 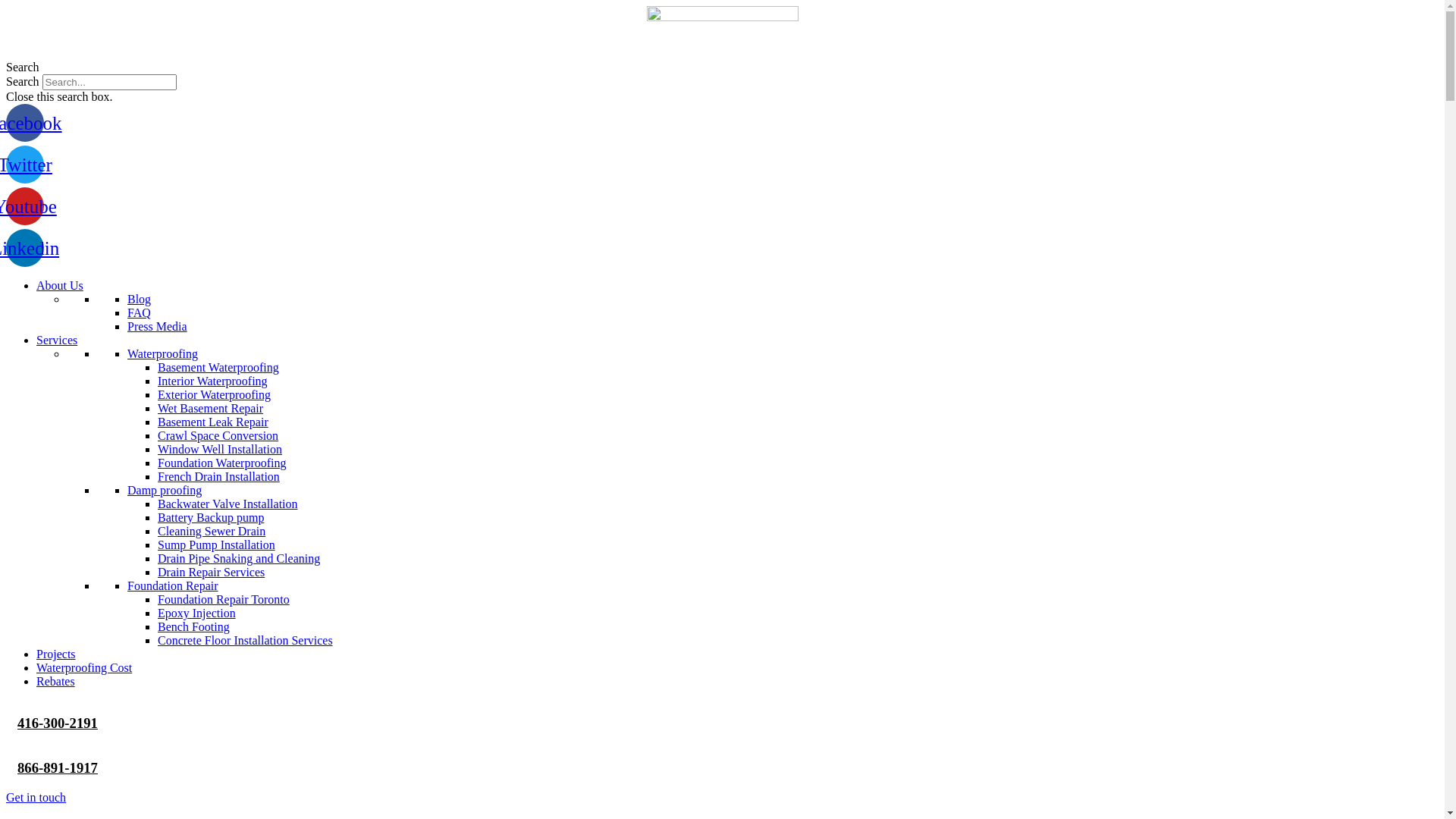 I want to click on 'Twitter', so click(x=25, y=164).